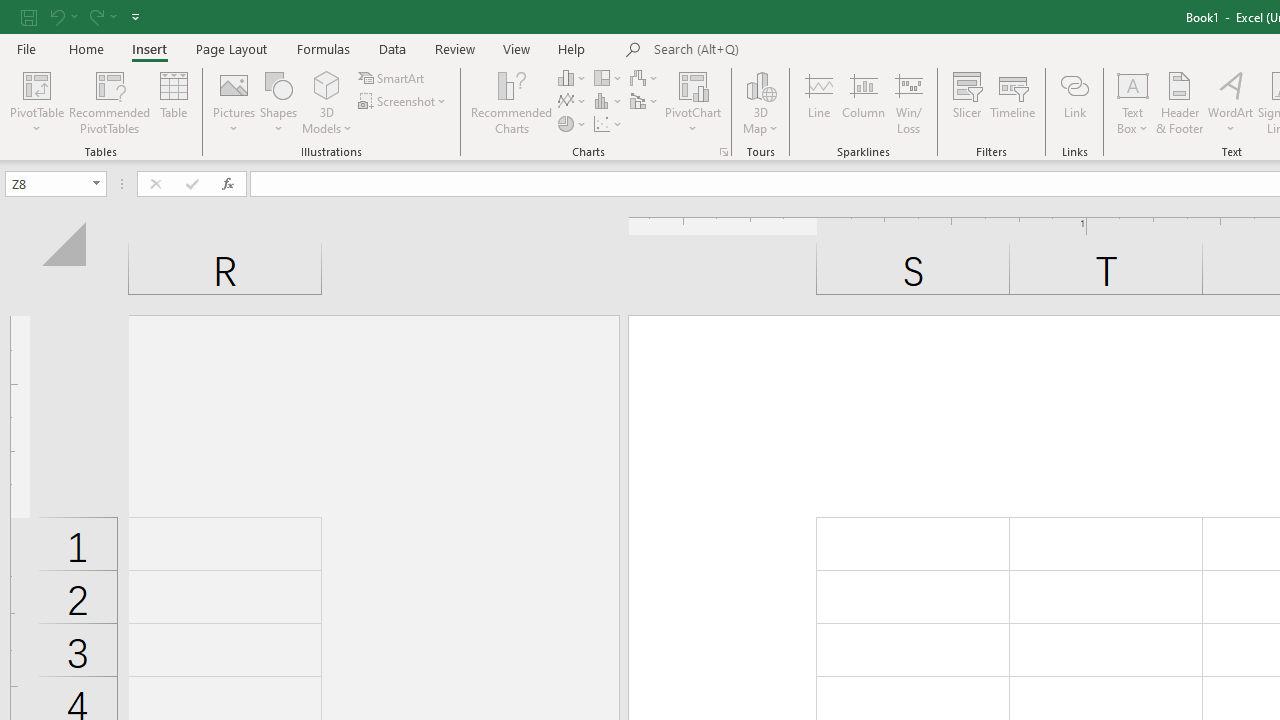 The width and height of the screenshot is (1280, 720). What do you see at coordinates (908, 103) in the screenshot?
I see `'Win/Loss'` at bounding box center [908, 103].